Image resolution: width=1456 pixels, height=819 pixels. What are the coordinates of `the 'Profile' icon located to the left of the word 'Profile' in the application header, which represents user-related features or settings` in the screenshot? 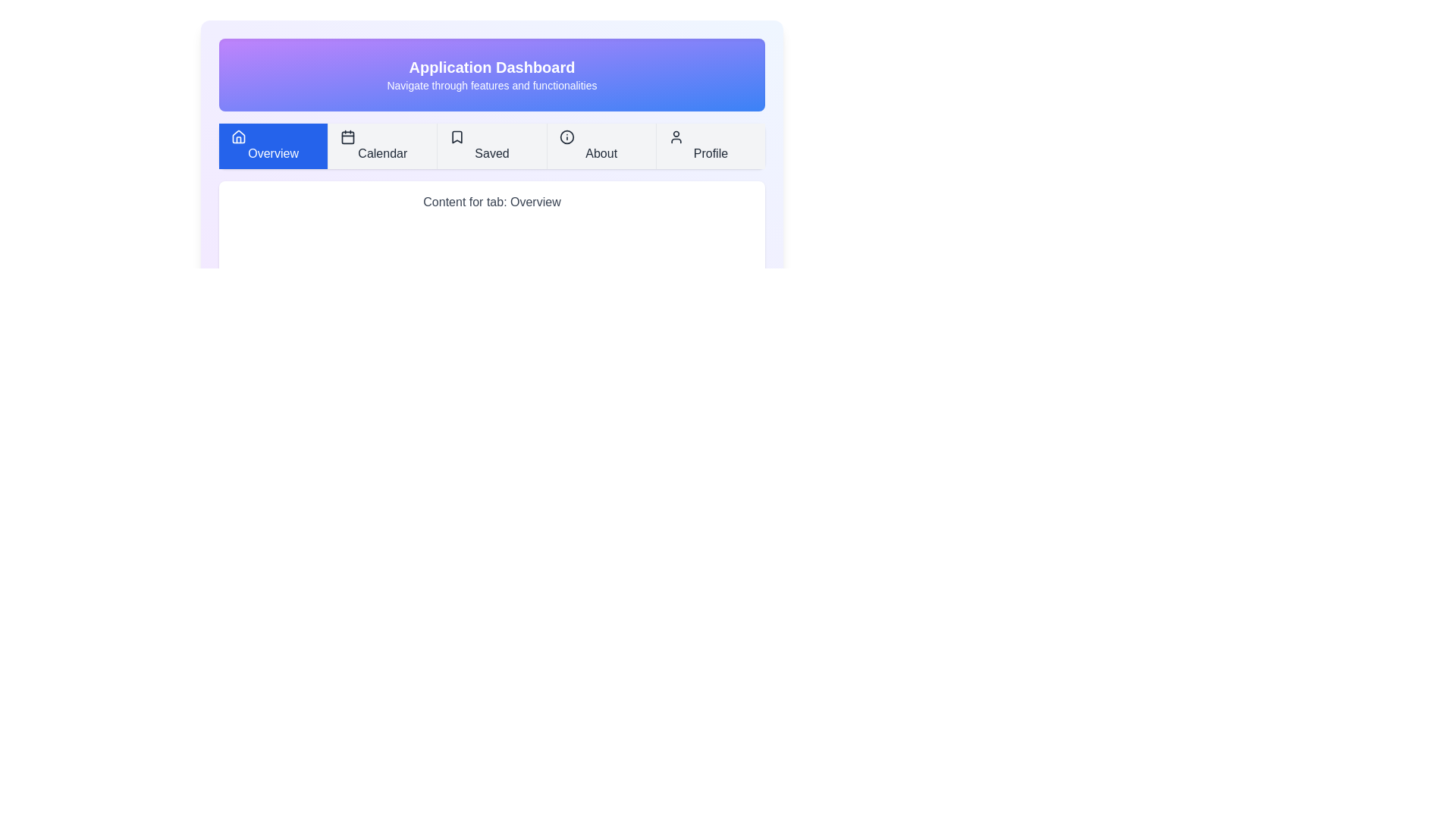 It's located at (675, 137).